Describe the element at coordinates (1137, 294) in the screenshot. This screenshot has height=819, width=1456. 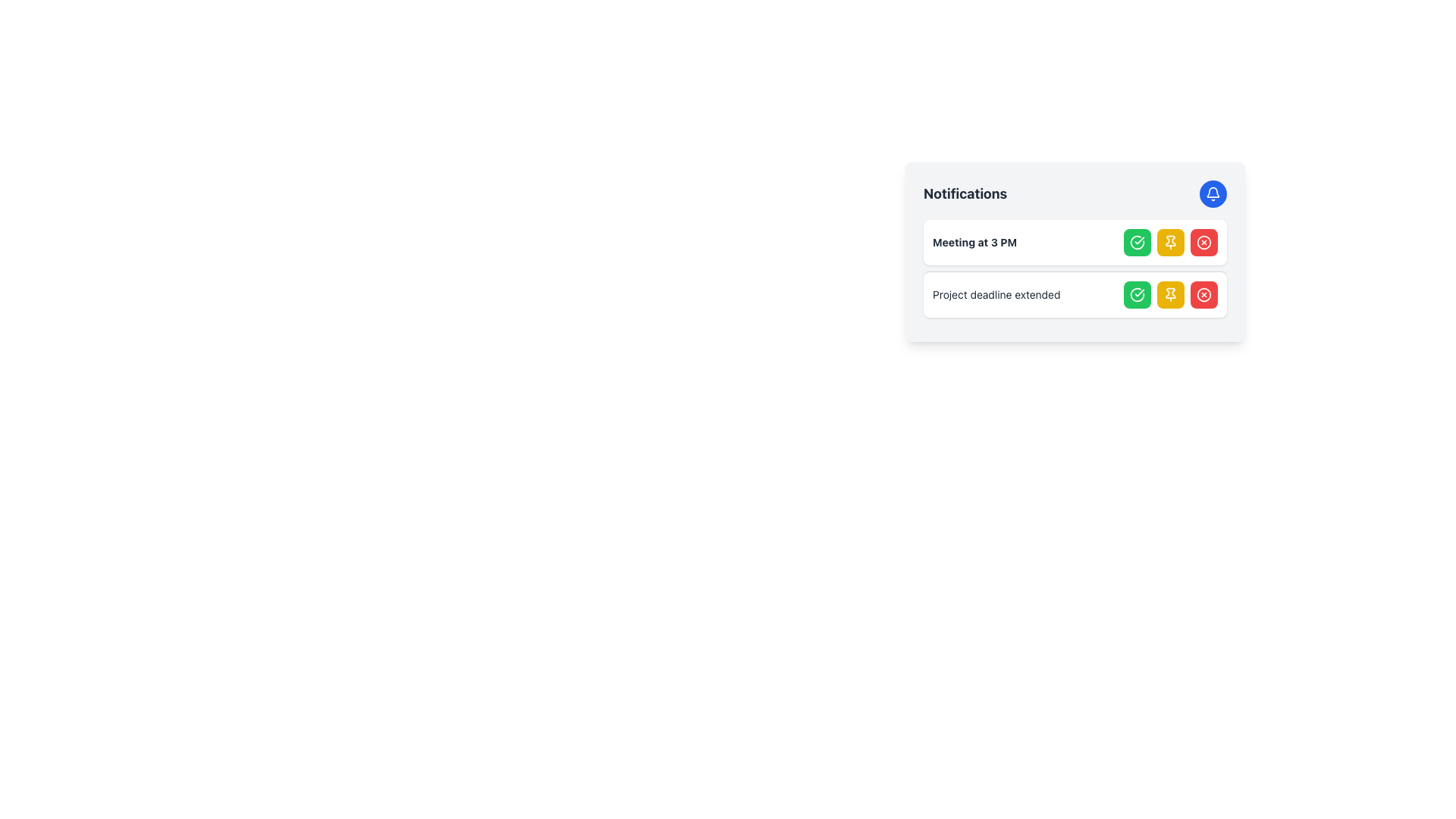
I see `the circular icon with a green checkmark representing a completed action` at that location.